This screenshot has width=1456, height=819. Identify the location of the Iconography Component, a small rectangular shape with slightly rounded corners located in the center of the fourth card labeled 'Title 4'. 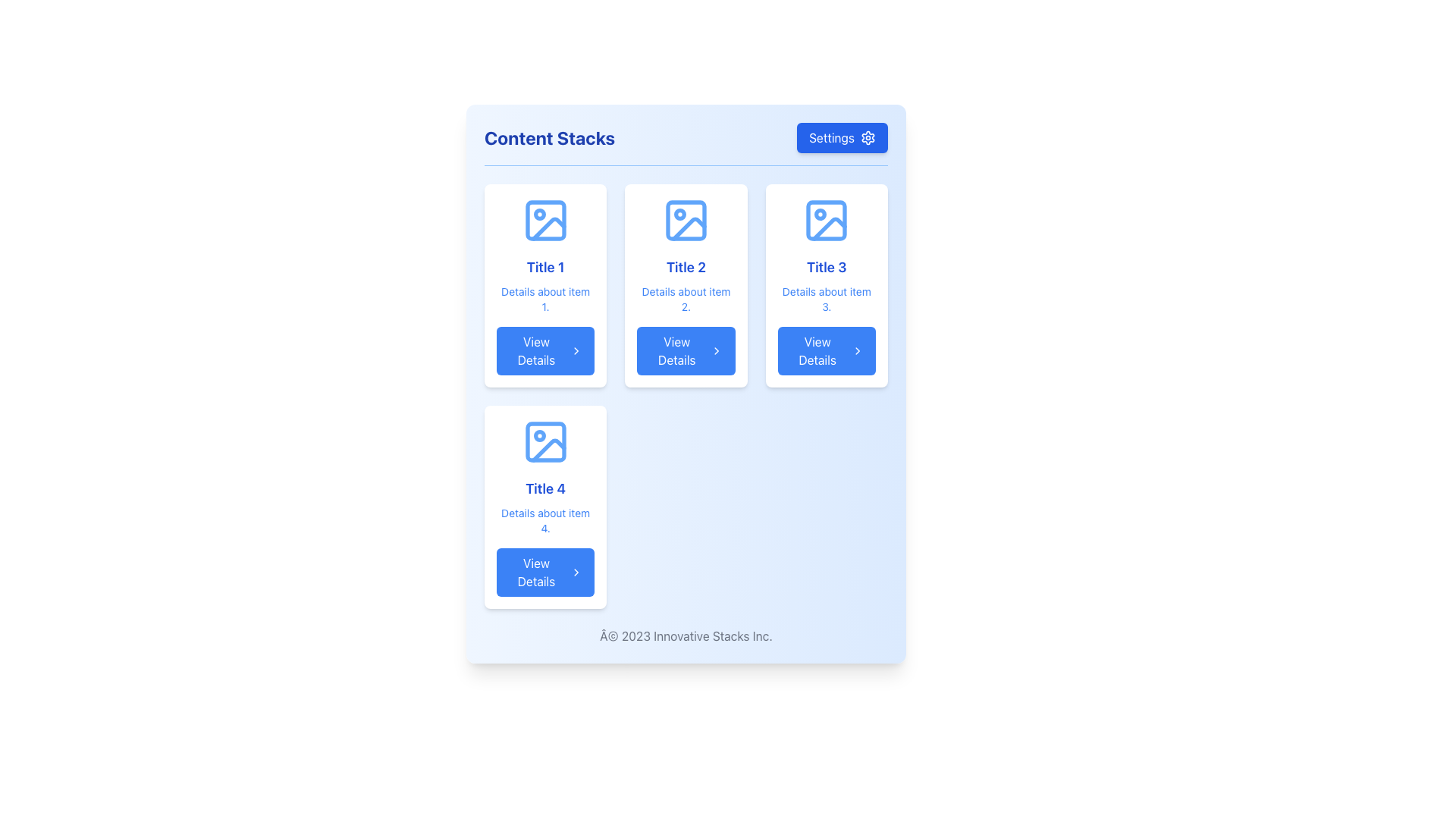
(545, 441).